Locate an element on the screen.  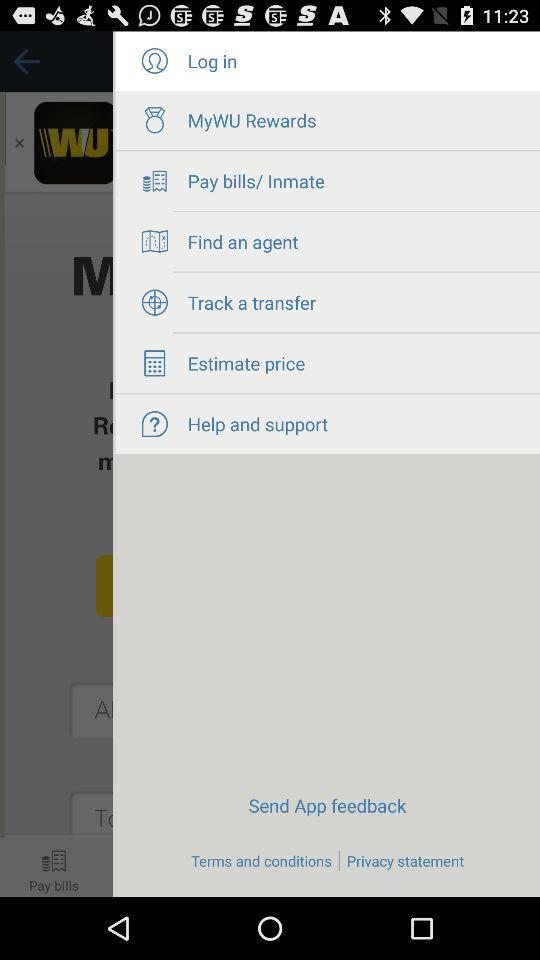
check user profile is located at coordinates (153, 61).